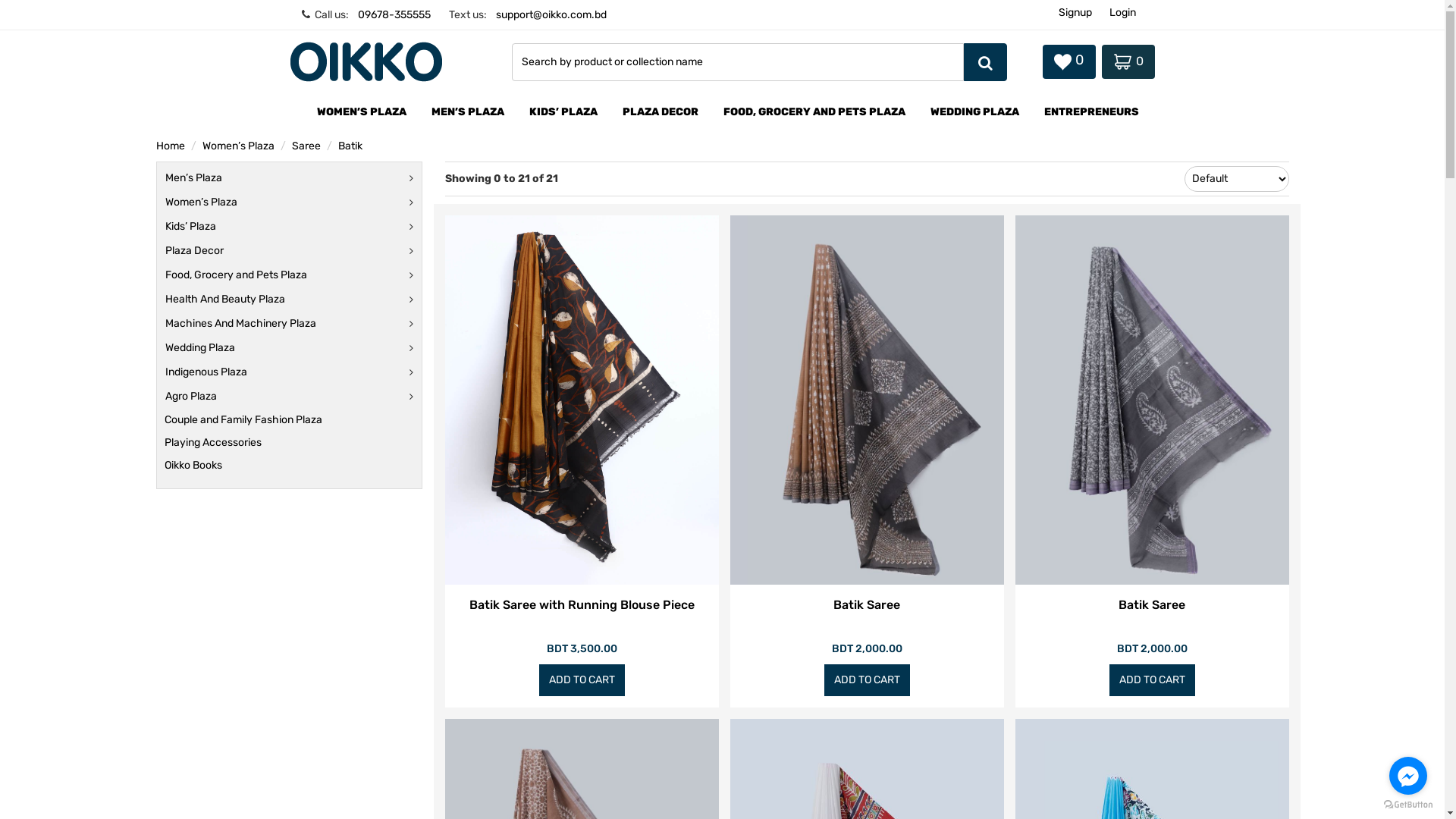 This screenshot has width=1456, height=819. What do you see at coordinates (1090, 112) in the screenshot?
I see `'ENTREPRENEURS'` at bounding box center [1090, 112].